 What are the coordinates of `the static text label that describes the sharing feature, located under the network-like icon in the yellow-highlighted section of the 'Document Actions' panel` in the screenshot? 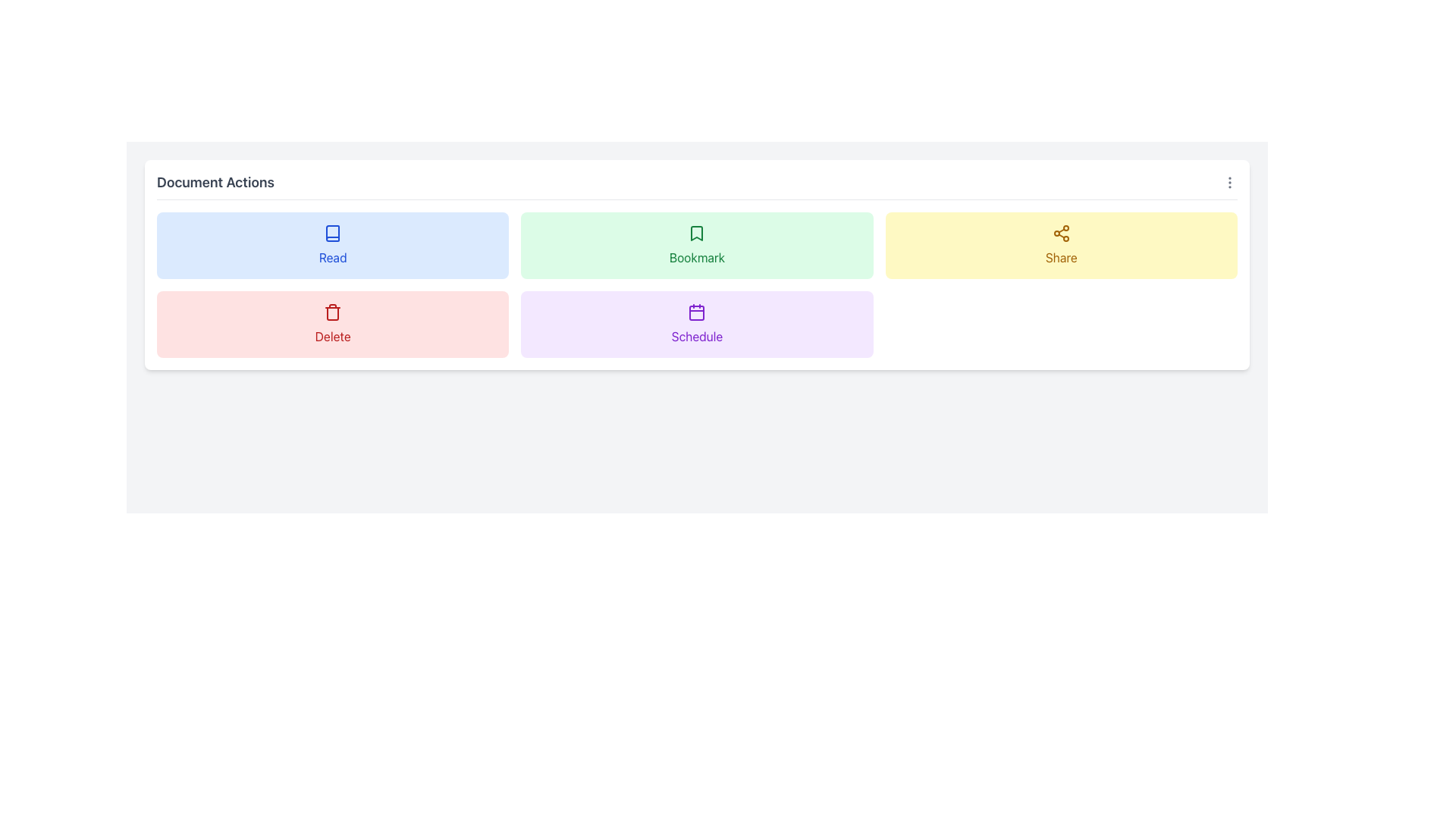 It's located at (1060, 256).